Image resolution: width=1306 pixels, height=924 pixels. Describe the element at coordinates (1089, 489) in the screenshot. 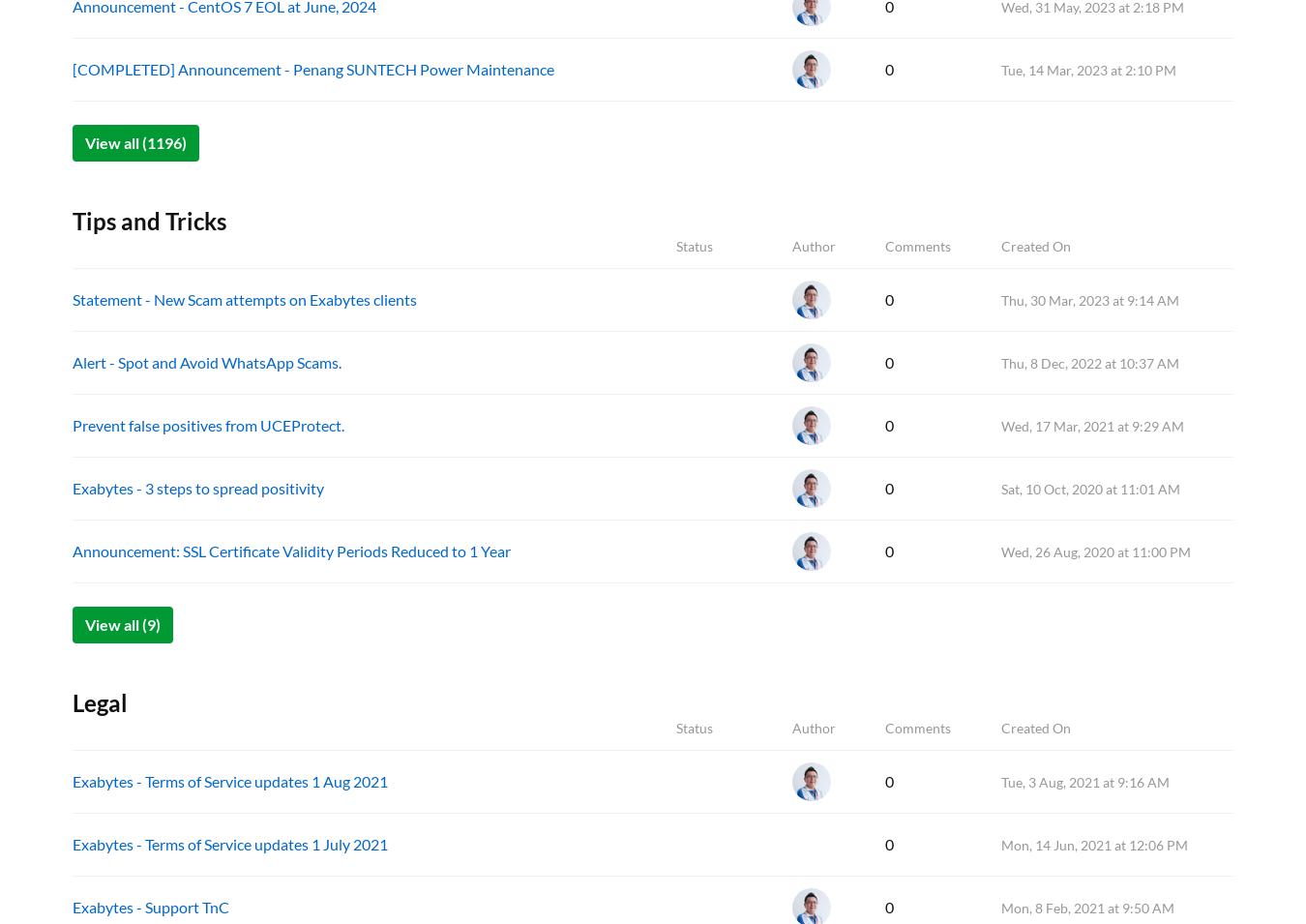

I see `'Sat, 10 Oct, 2020 at 11:01 AM'` at that location.